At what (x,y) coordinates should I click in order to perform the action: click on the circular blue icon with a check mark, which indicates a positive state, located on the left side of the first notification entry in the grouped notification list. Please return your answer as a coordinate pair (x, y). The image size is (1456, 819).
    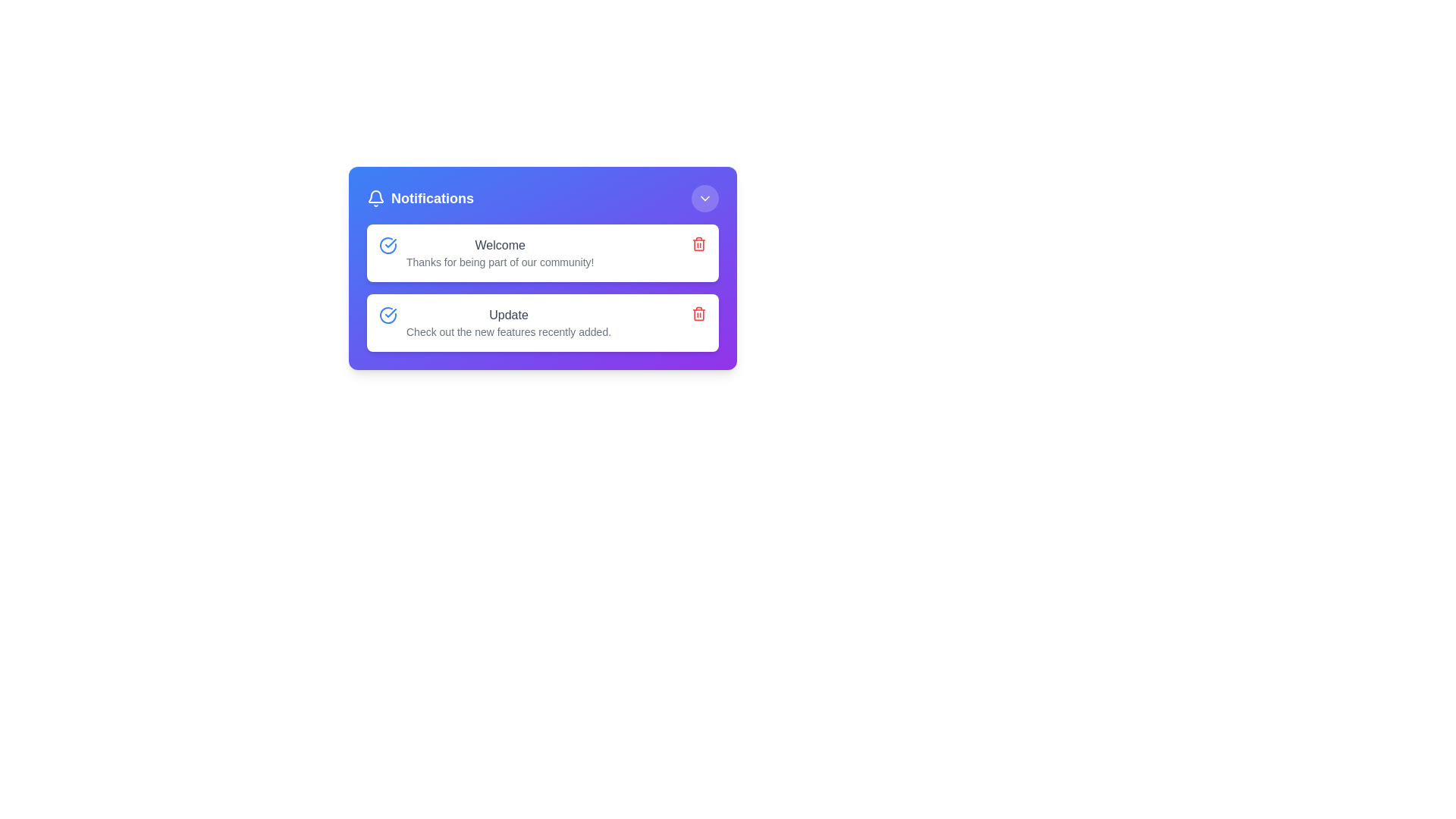
    Looking at the image, I should click on (388, 245).